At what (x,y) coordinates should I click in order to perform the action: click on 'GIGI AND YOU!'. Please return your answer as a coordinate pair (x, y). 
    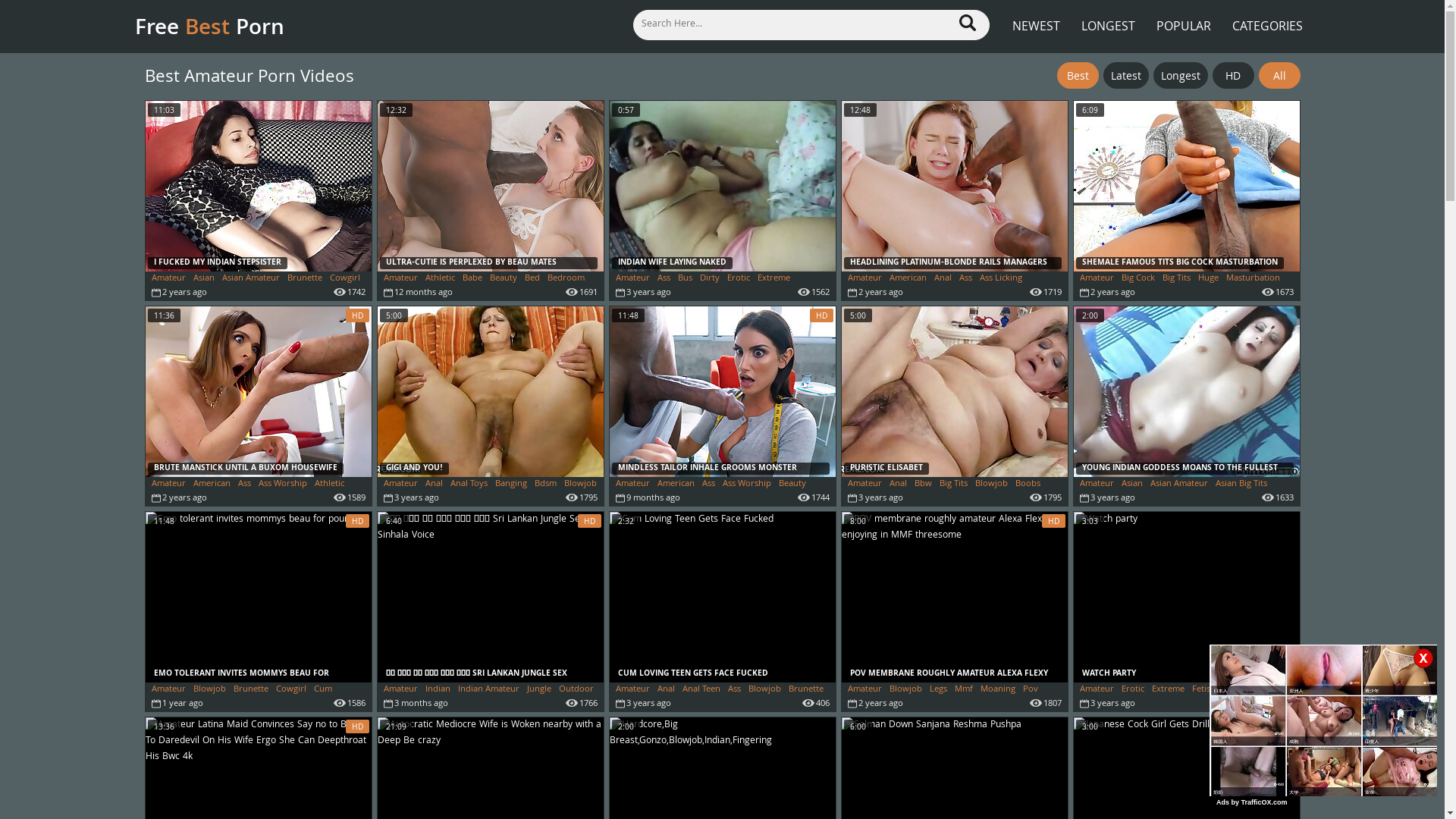
    Looking at the image, I should click on (491, 391).